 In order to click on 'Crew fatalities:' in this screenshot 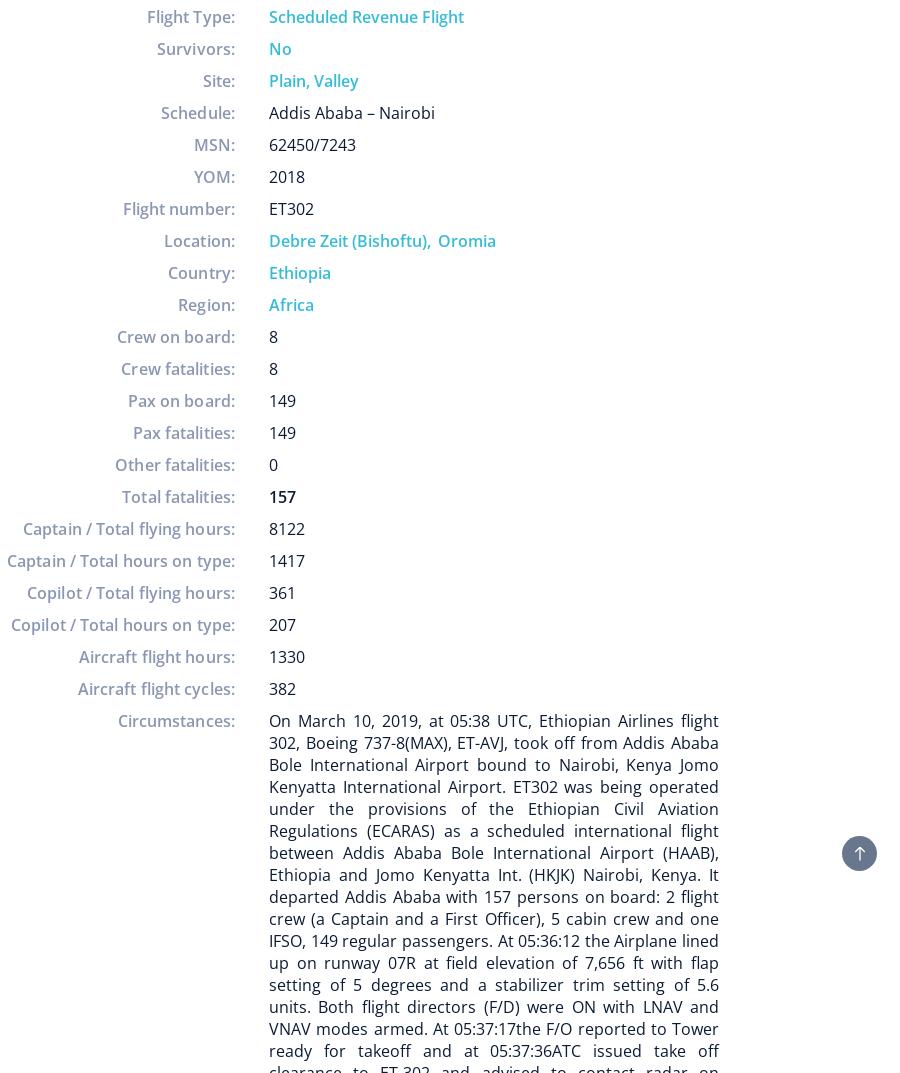, I will do `click(178, 368)`.